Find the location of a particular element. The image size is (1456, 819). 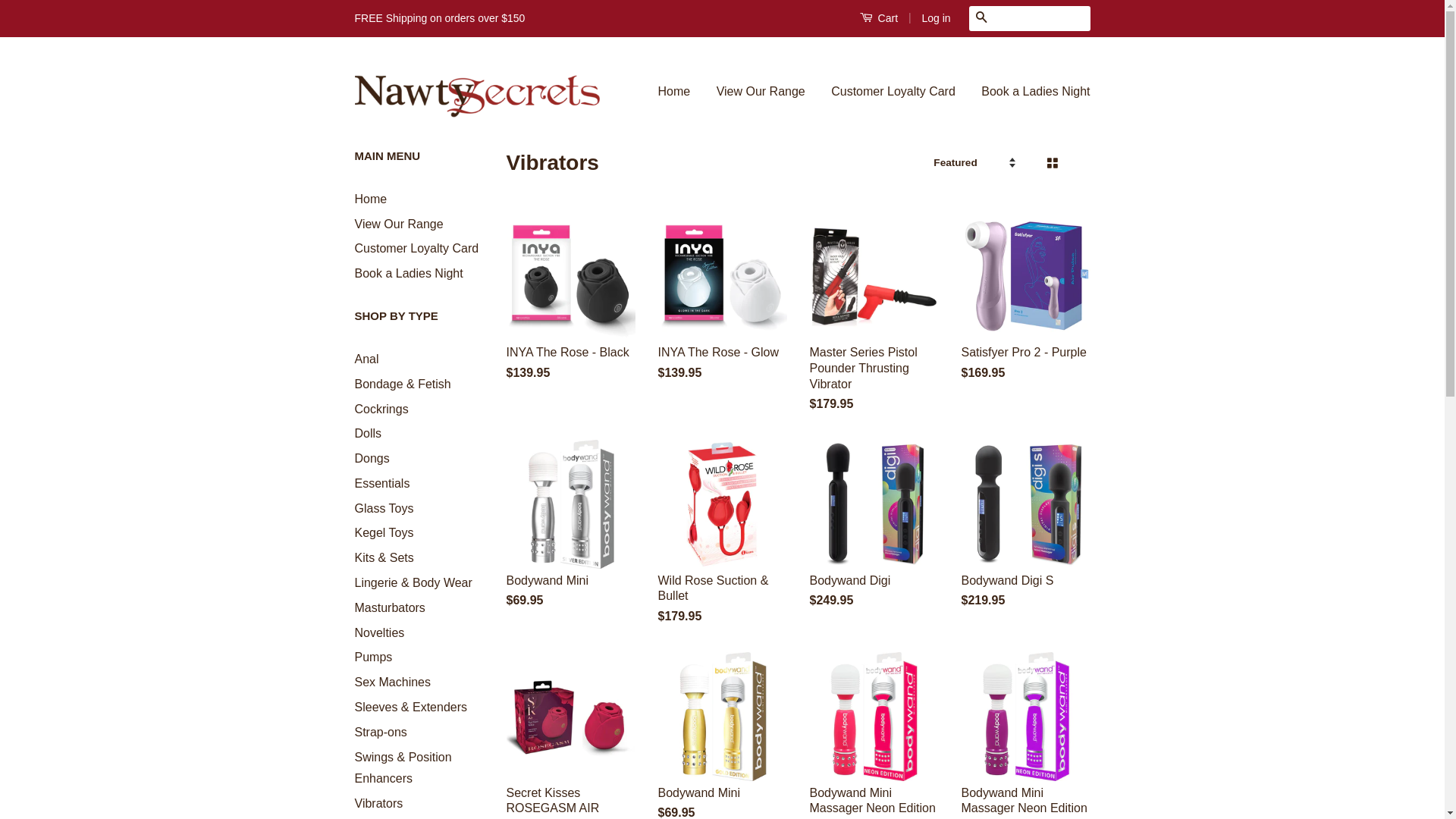

'Pumps' is located at coordinates (374, 656).